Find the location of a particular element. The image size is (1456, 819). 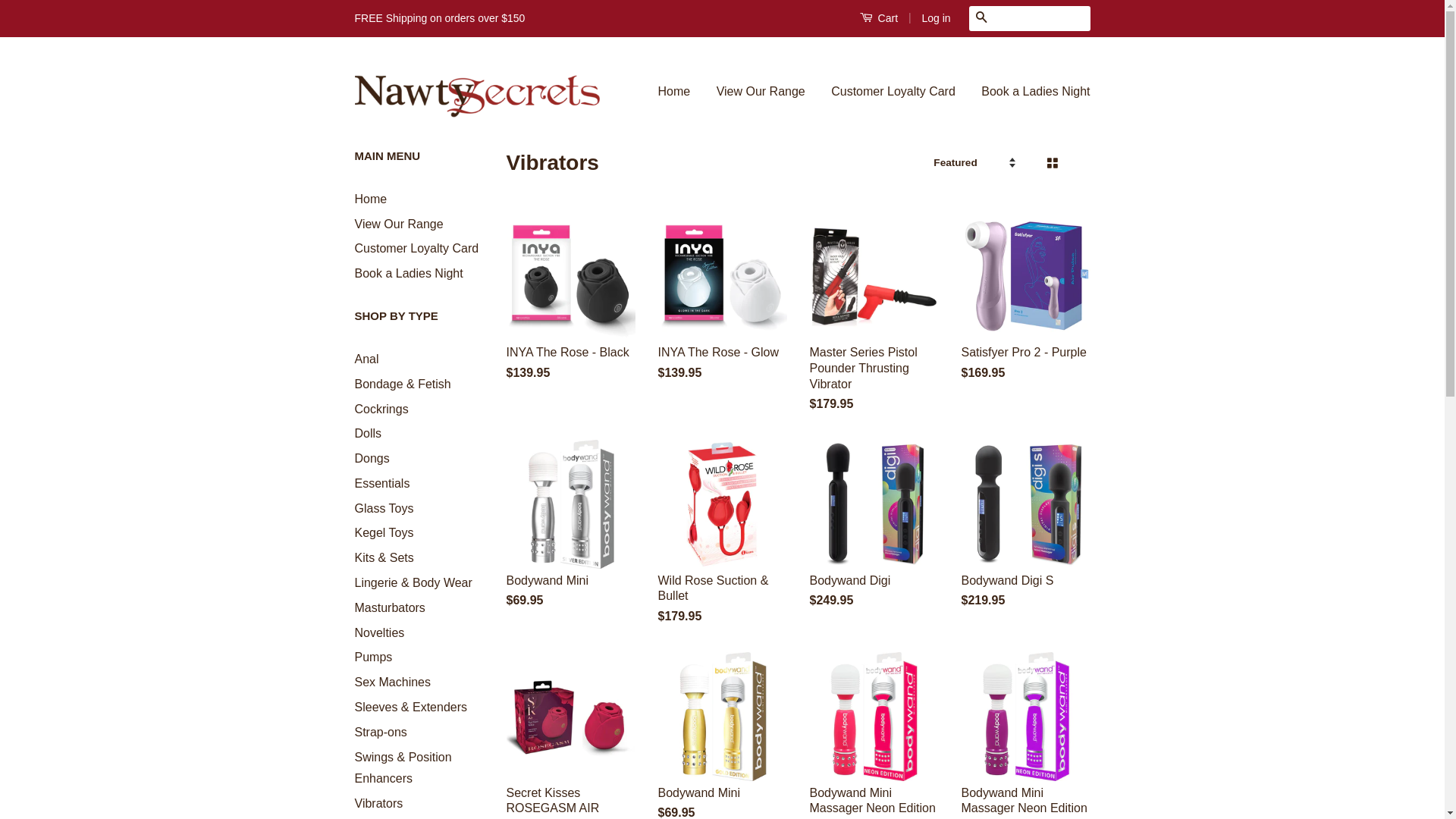

'Pumps' is located at coordinates (374, 656).